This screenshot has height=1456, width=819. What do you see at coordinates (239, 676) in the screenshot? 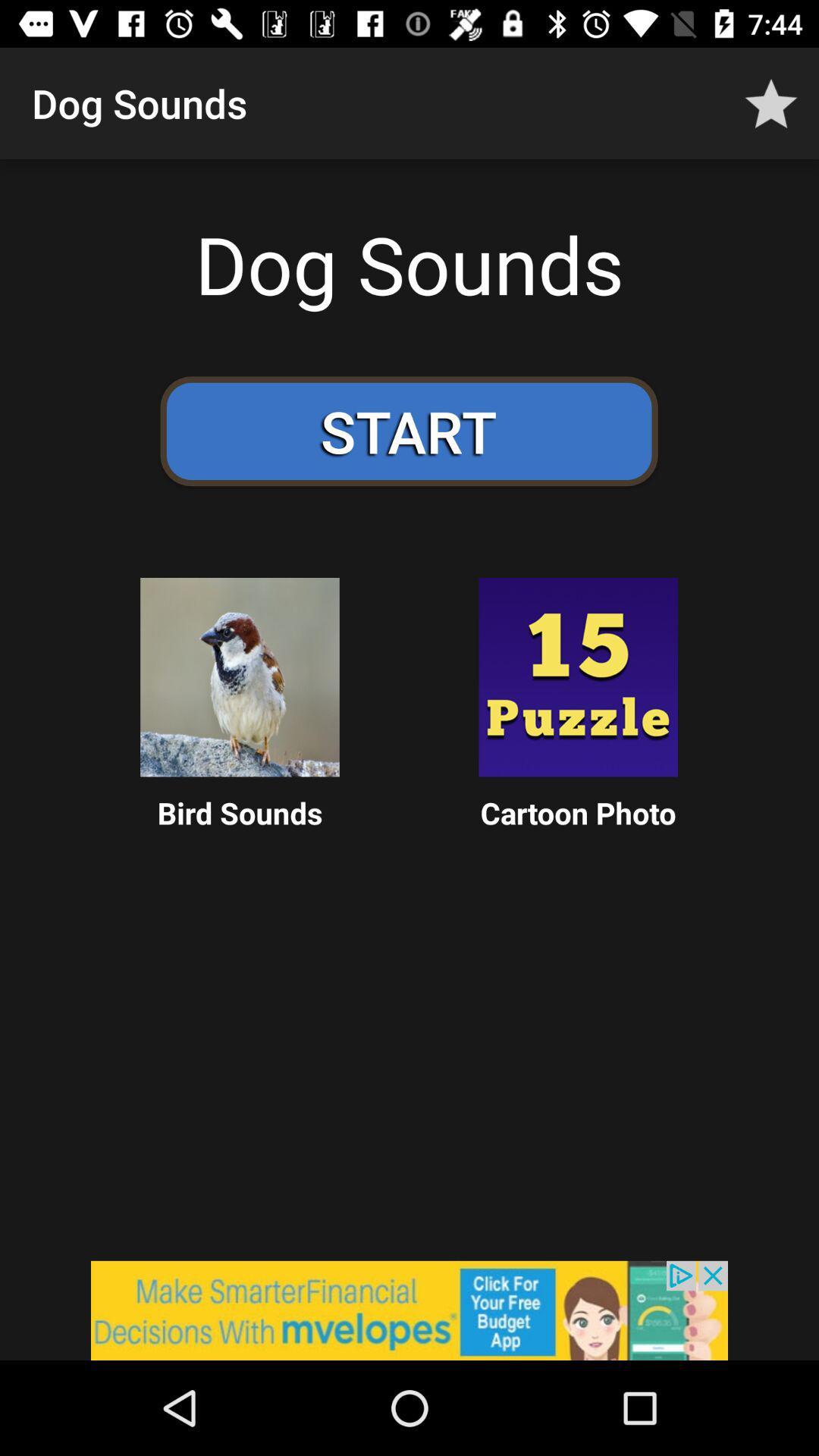
I see `click the bird sounds` at bounding box center [239, 676].